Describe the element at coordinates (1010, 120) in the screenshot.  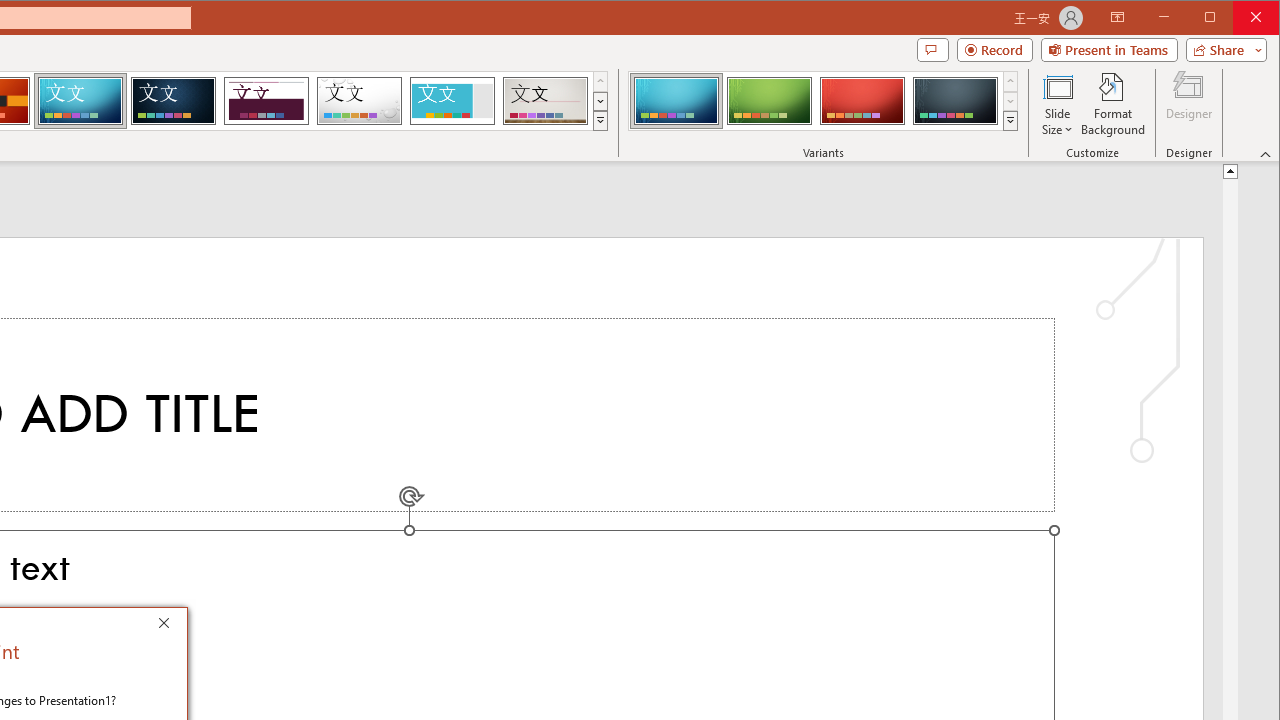
I see `'Variants'` at that location.